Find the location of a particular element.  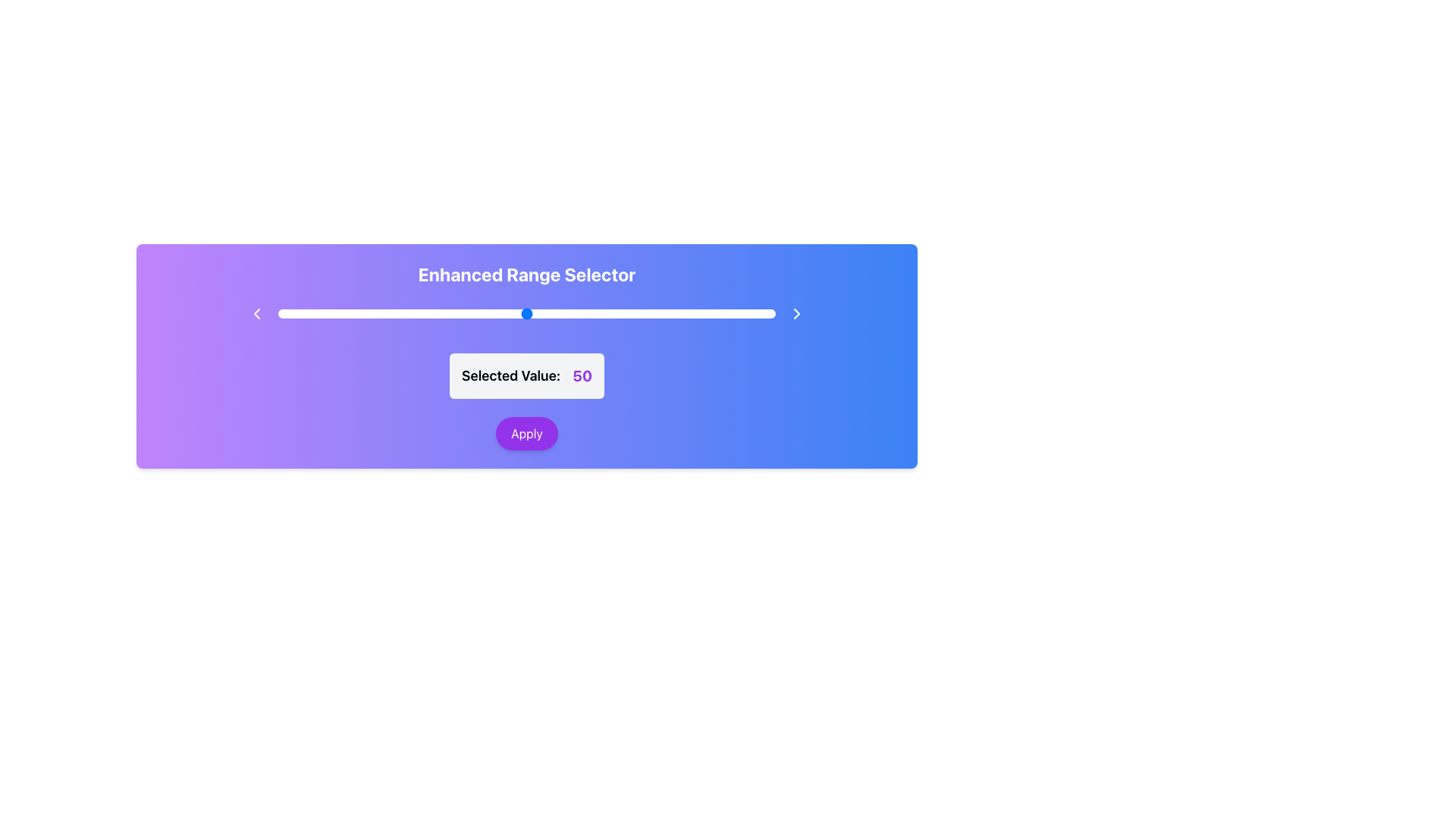

the left-pointing chevron icon, which is white on a purple background is located at coordinates (256, 312).